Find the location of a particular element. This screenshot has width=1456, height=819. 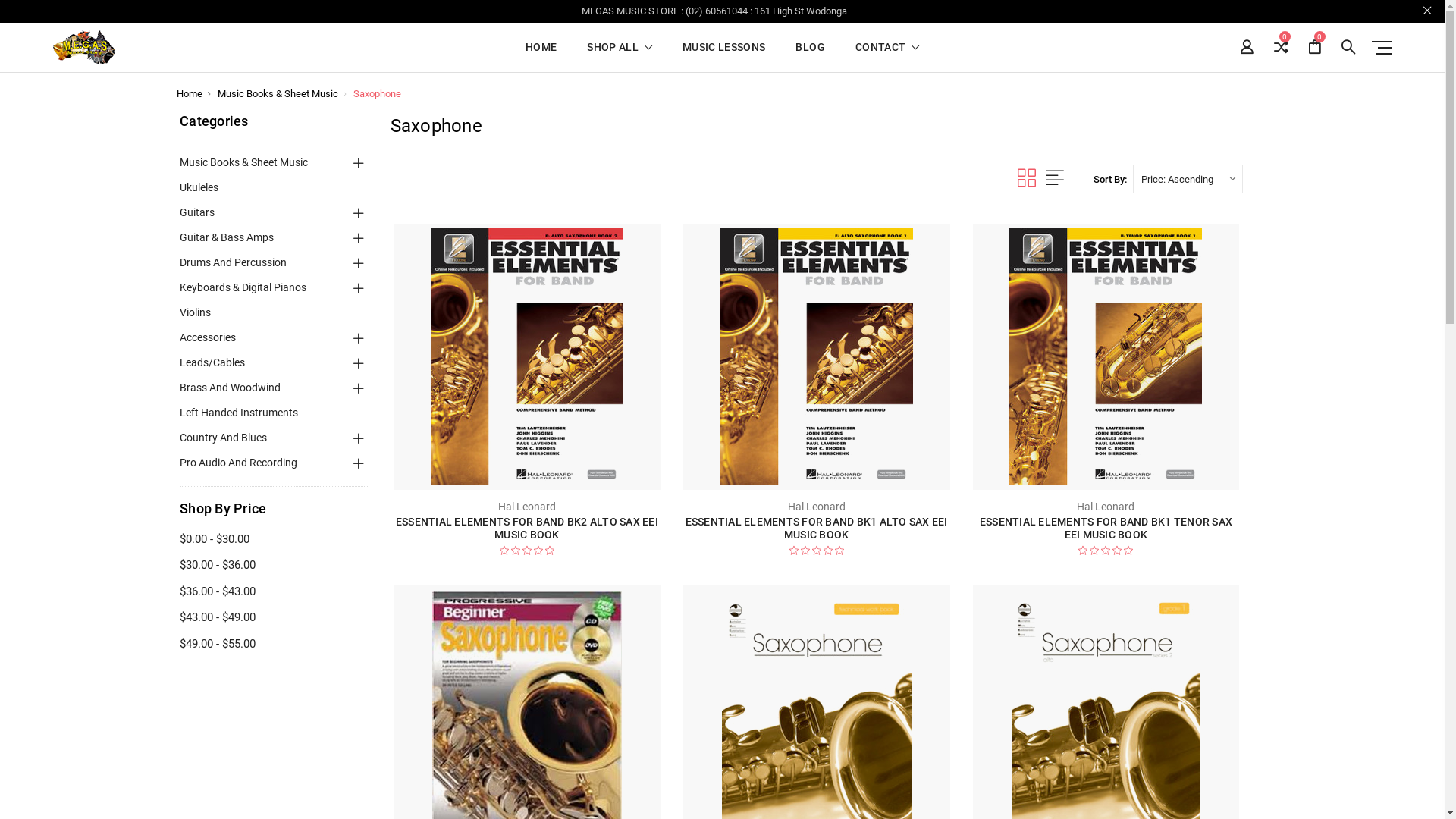

'Music Books & Sheet Music' is located at coordinates (243, 162).